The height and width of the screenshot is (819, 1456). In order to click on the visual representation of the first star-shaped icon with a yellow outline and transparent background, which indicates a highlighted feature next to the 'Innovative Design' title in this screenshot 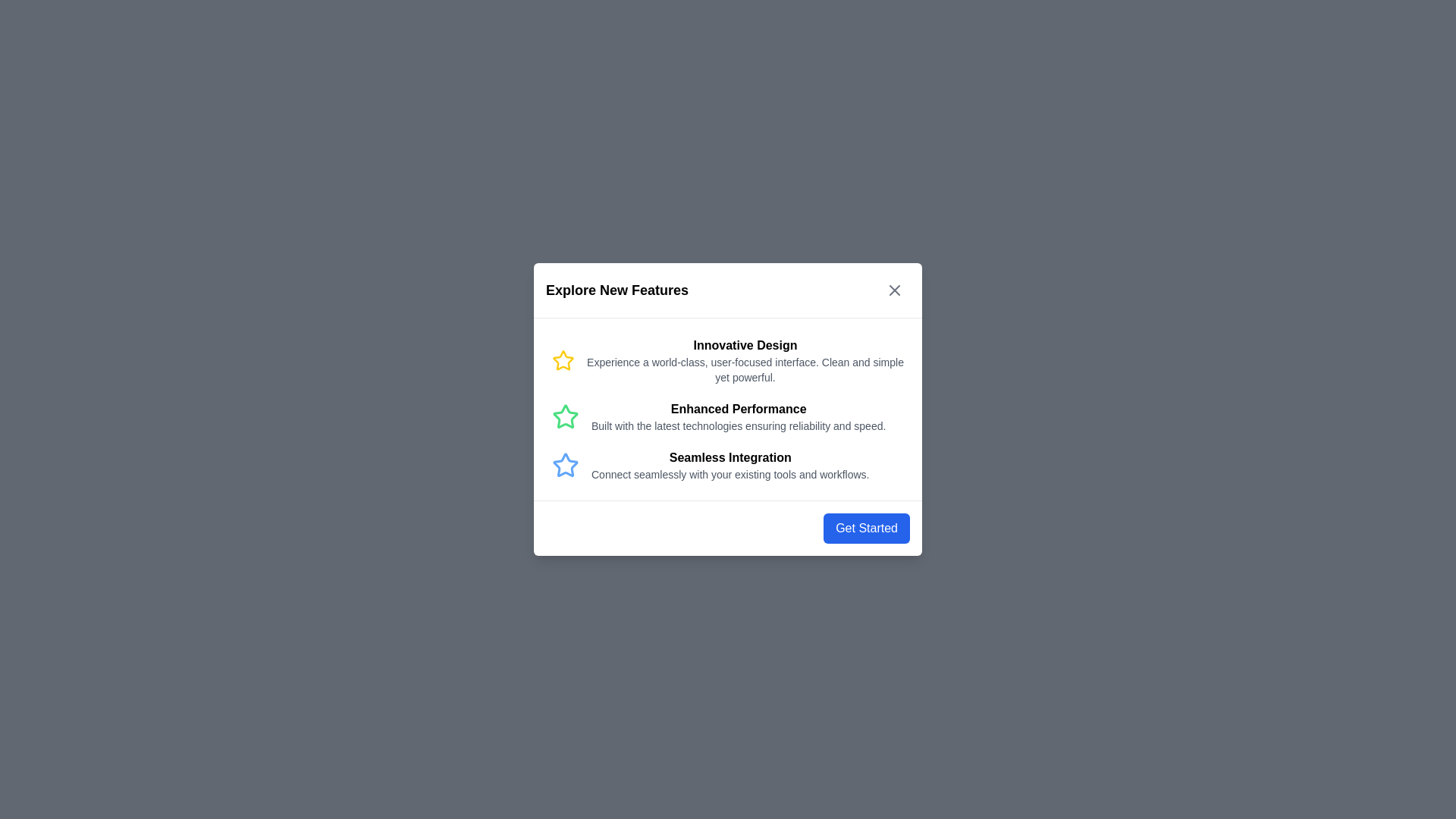, I will do `click(563, 360)`.